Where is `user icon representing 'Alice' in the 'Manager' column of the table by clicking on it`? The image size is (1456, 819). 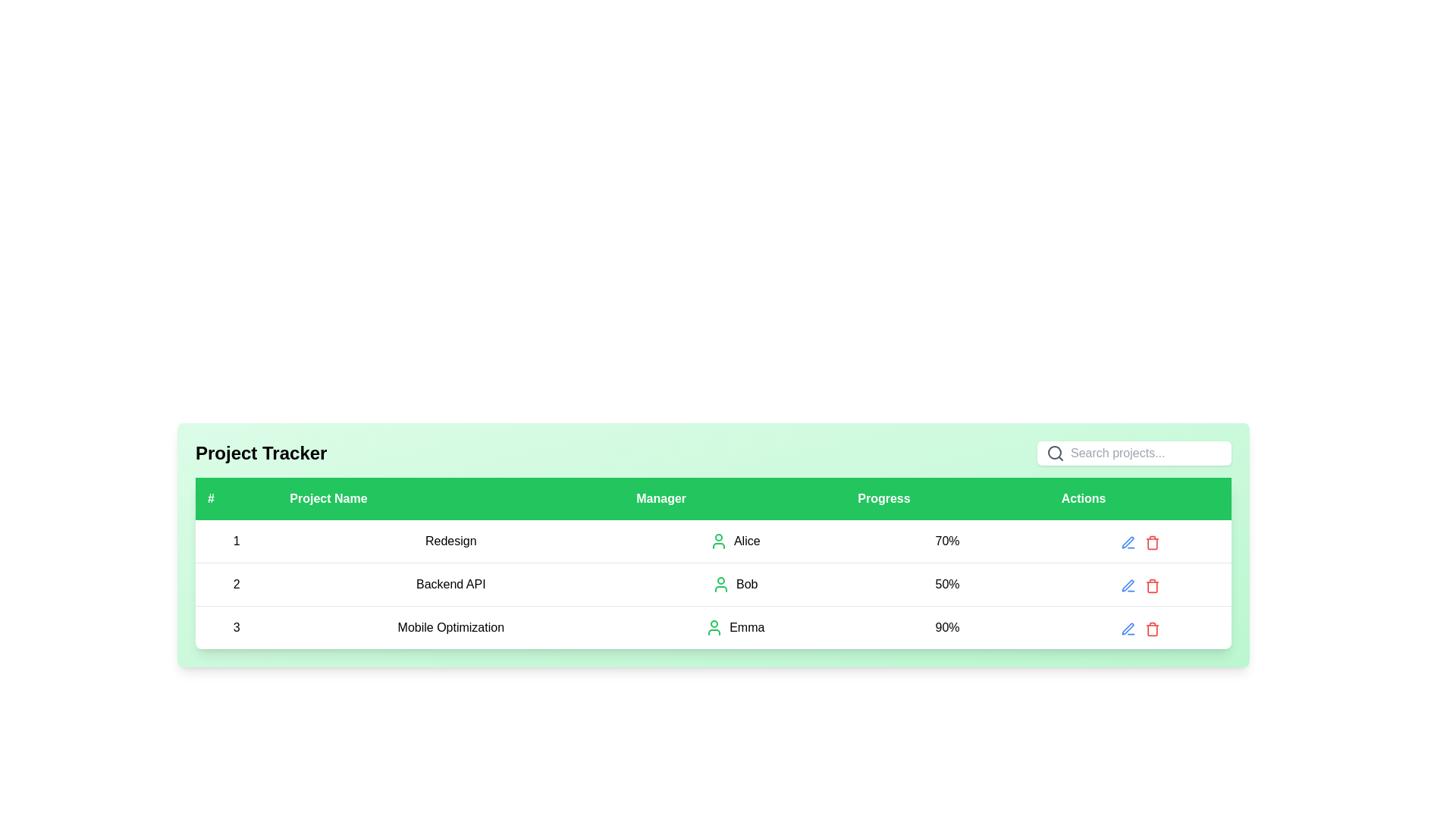 user icon representing 'Alice' in the 'Manager' column of the table by clicking on it is located at coordinates (717, 540).